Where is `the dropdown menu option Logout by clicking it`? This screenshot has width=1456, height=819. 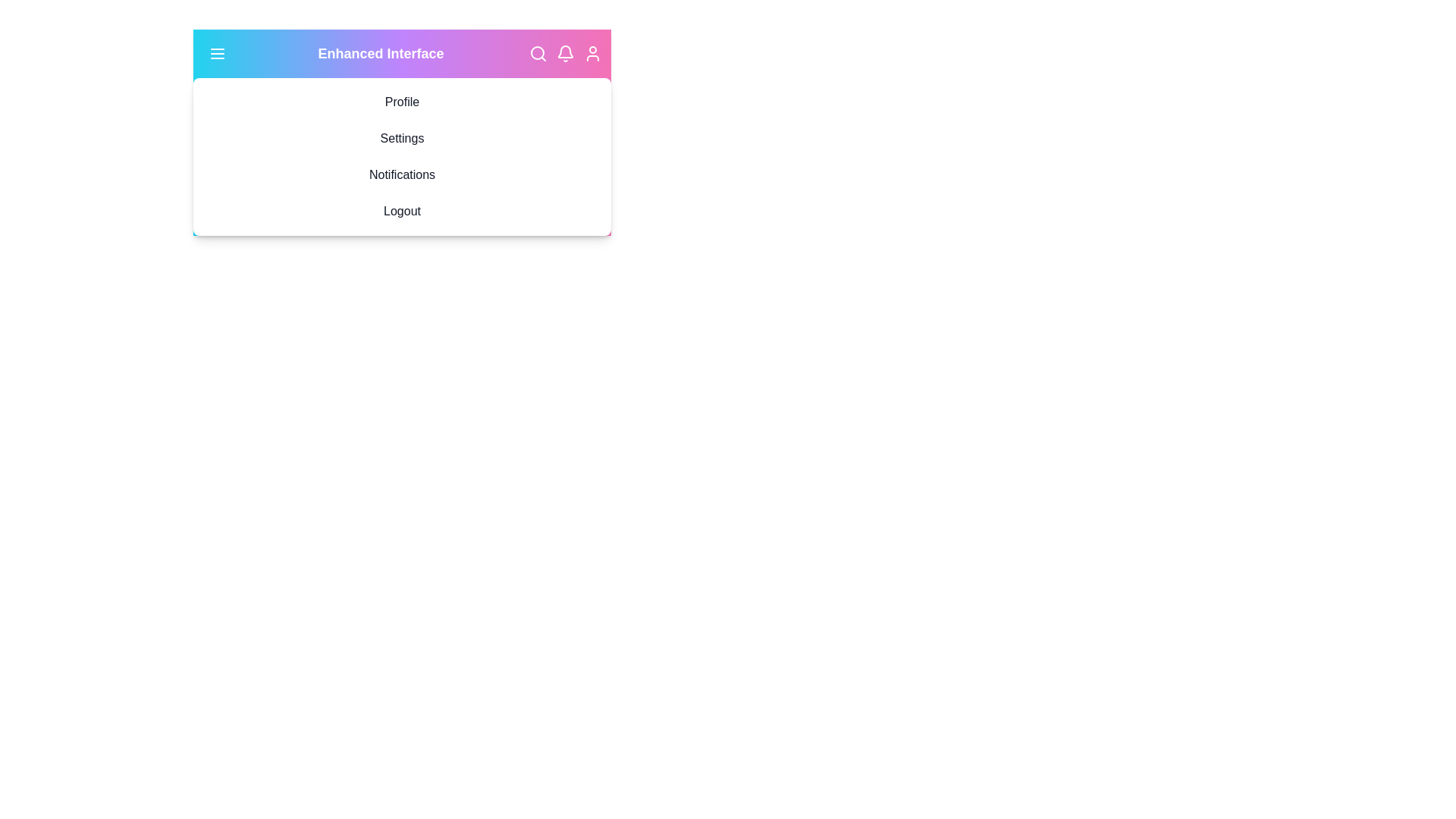 the dropdown menu option Logout by clicking it is located at coordinates (402, 211).